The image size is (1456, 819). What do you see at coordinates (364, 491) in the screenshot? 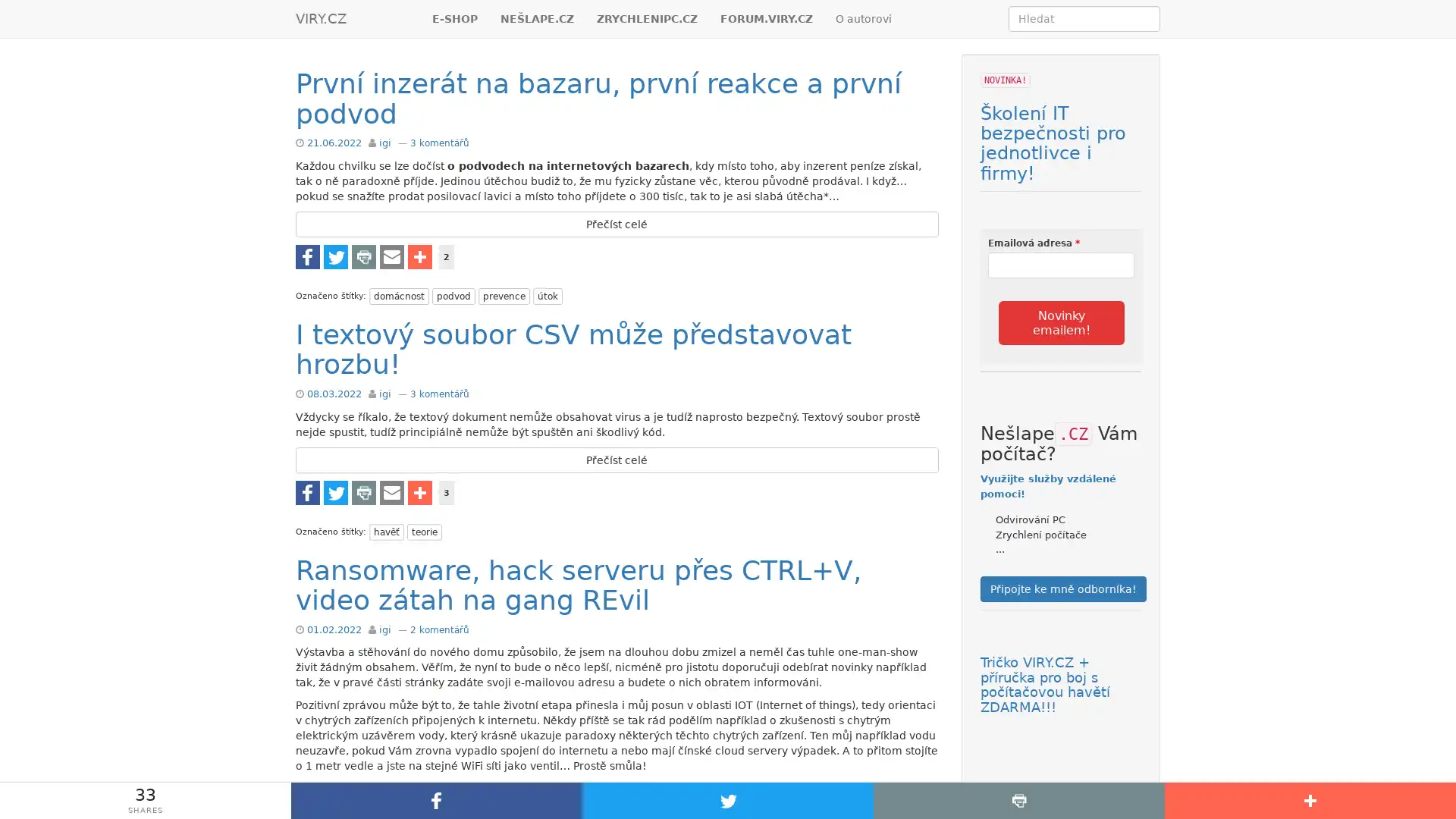
I see `Share to Tisknout` at bounding box center [364, 491].